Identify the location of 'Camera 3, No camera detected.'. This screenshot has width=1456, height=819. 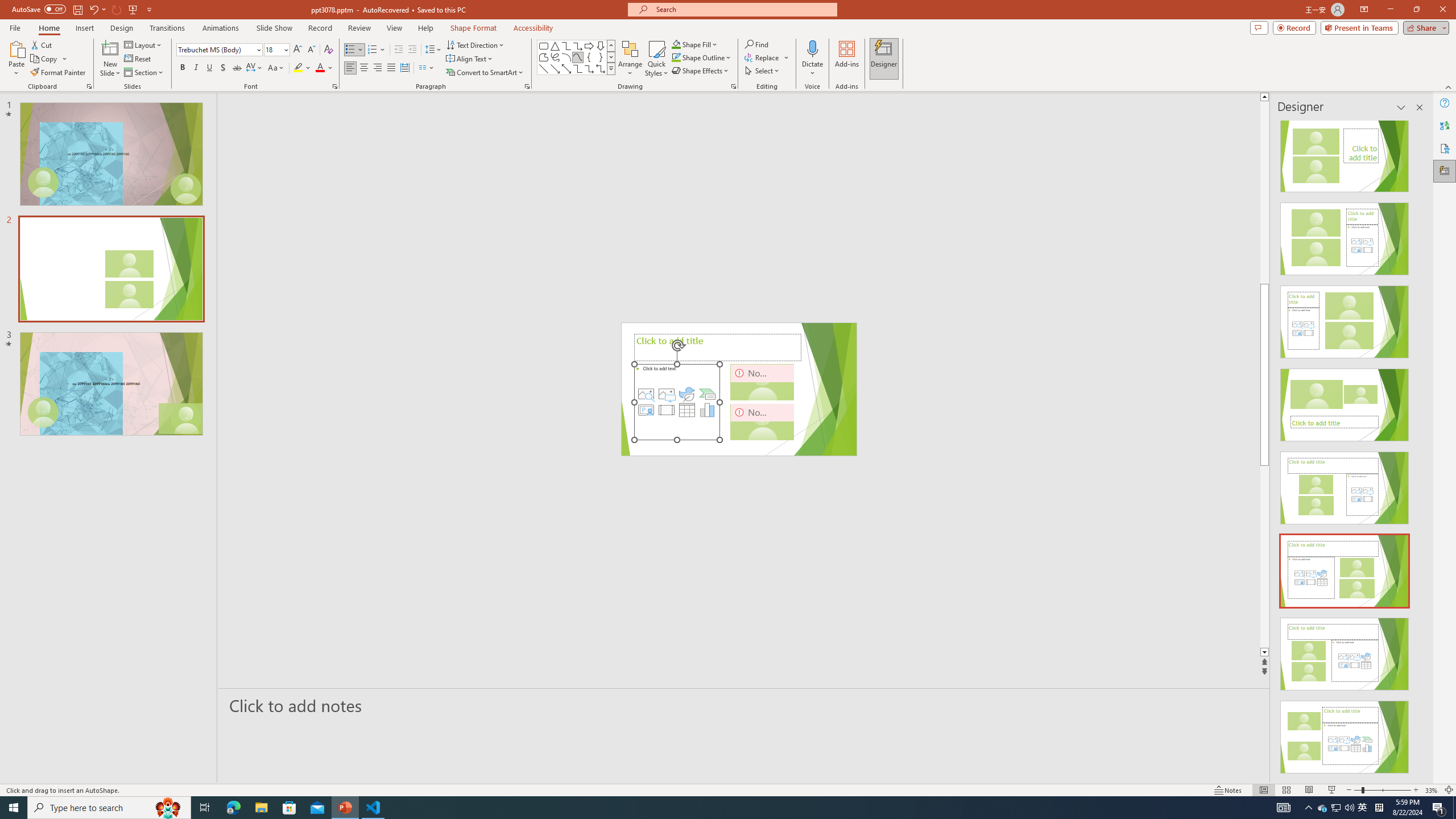
(762, 421).